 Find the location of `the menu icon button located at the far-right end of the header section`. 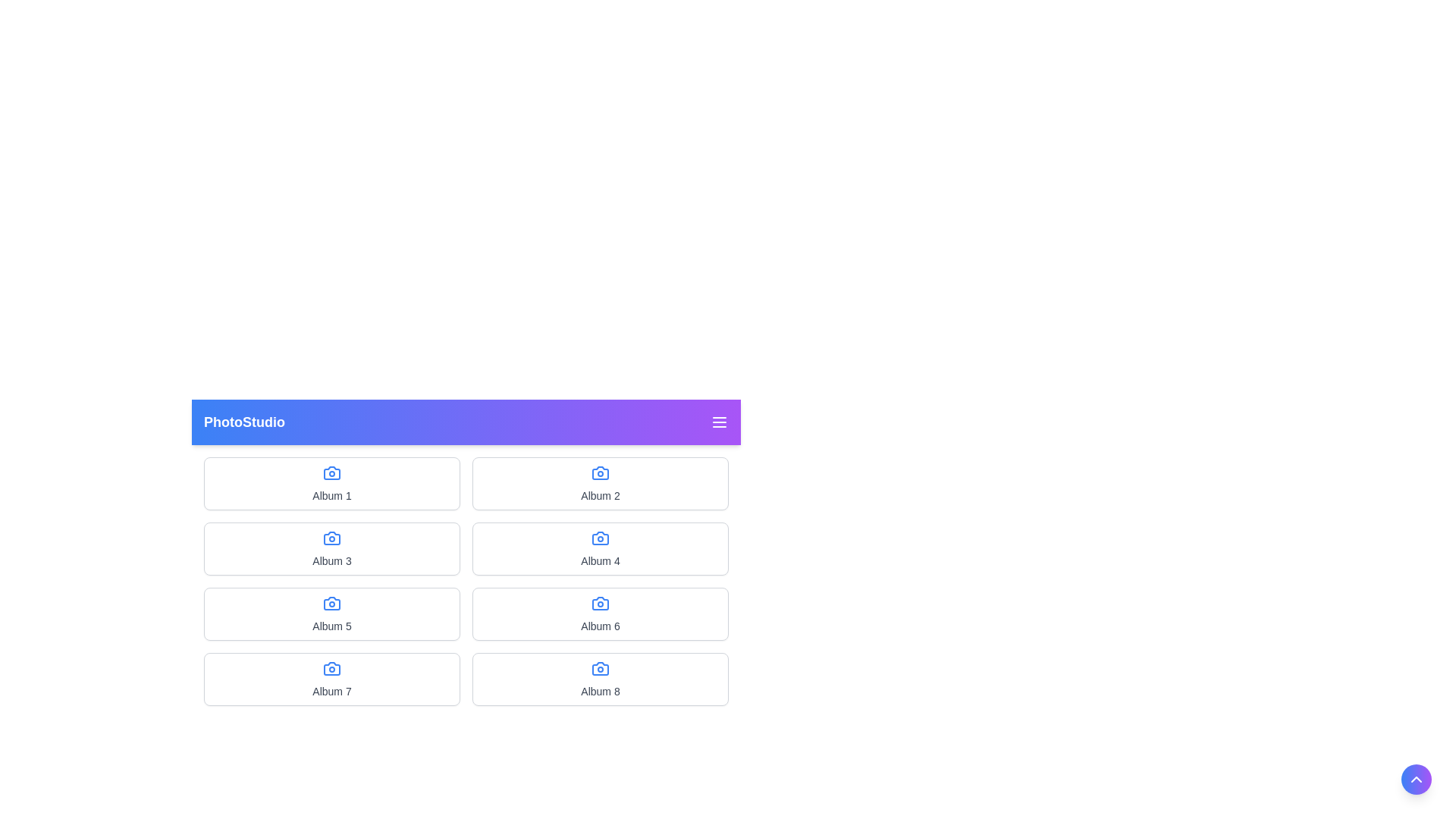

the menu icon button located at the far-right end of the header section is located at coordinates (719, 422).